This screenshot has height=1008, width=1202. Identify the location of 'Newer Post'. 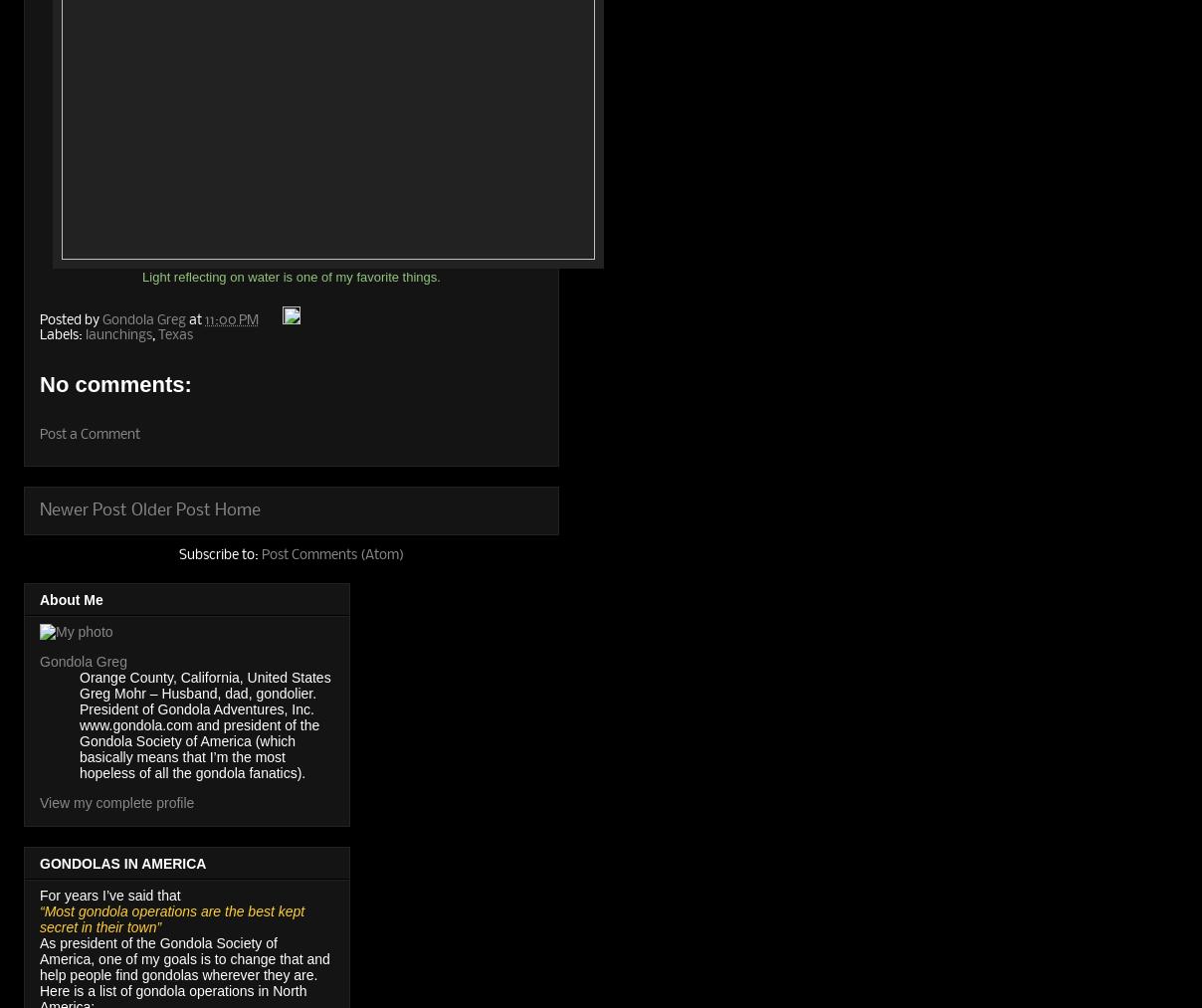
(82, 509).